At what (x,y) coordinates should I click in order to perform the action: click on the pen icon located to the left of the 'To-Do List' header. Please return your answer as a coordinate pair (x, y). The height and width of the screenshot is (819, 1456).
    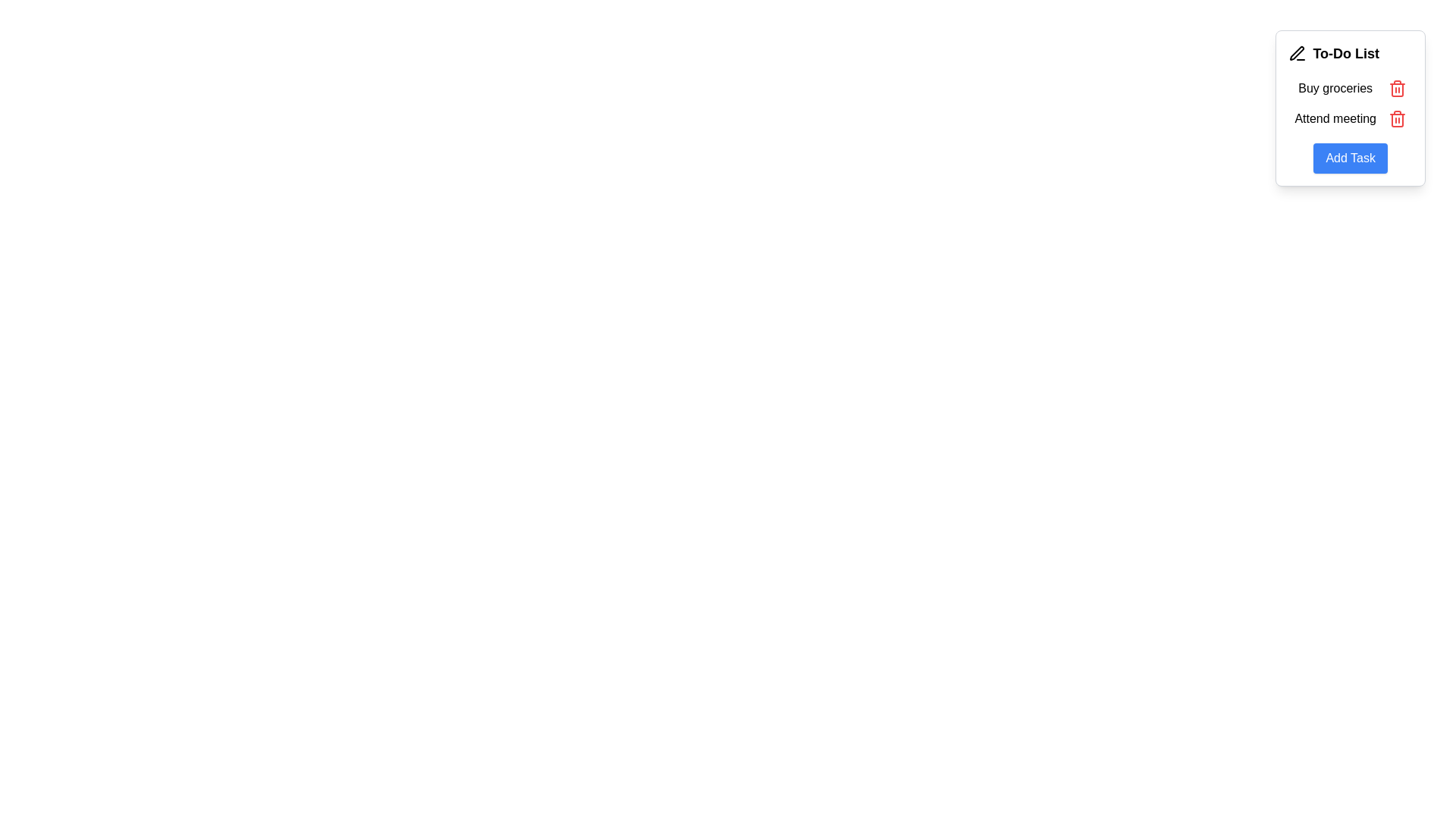
    Looking at the image, I should click on (1297, 52).